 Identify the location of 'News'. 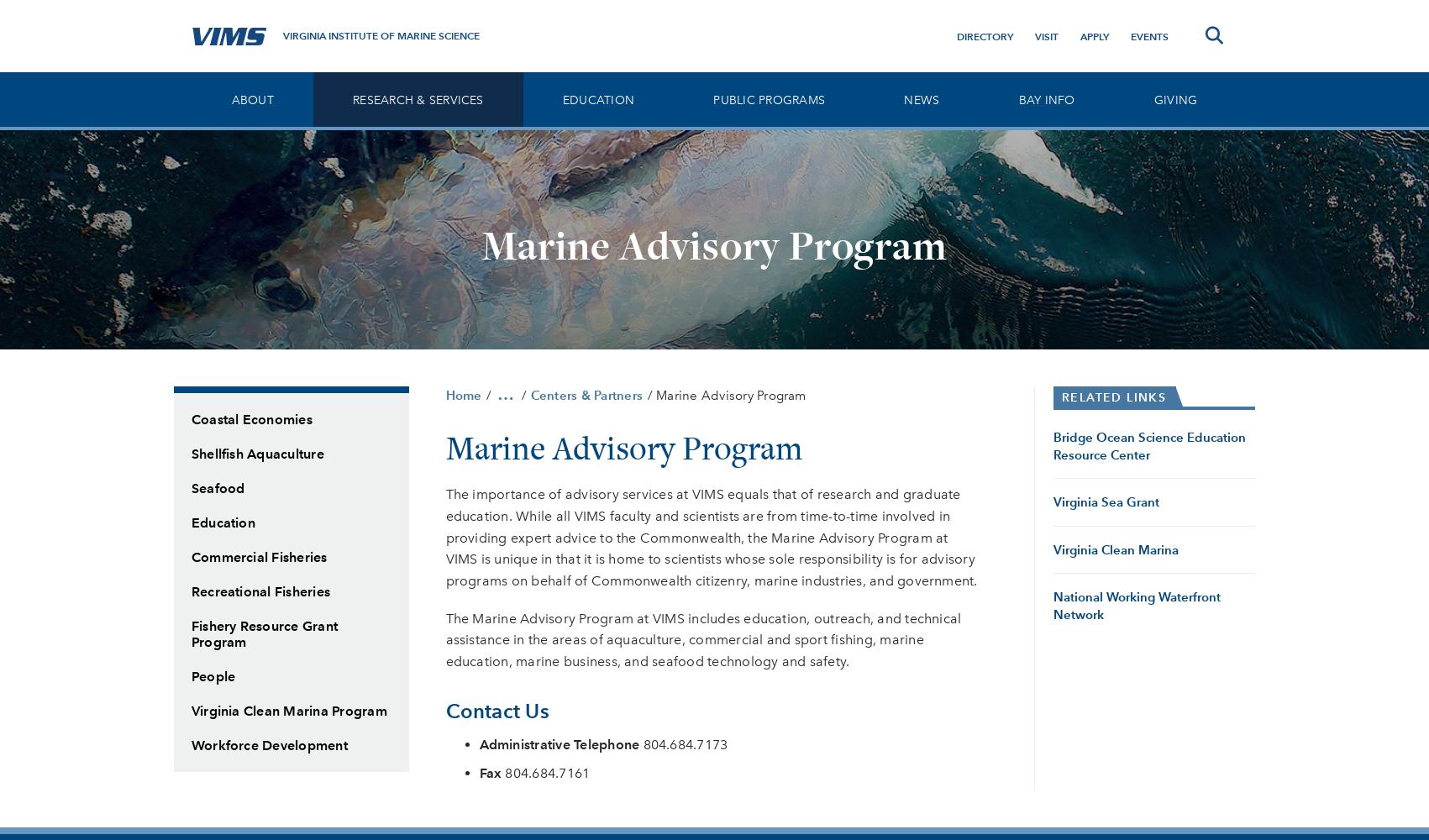
(920, 99).